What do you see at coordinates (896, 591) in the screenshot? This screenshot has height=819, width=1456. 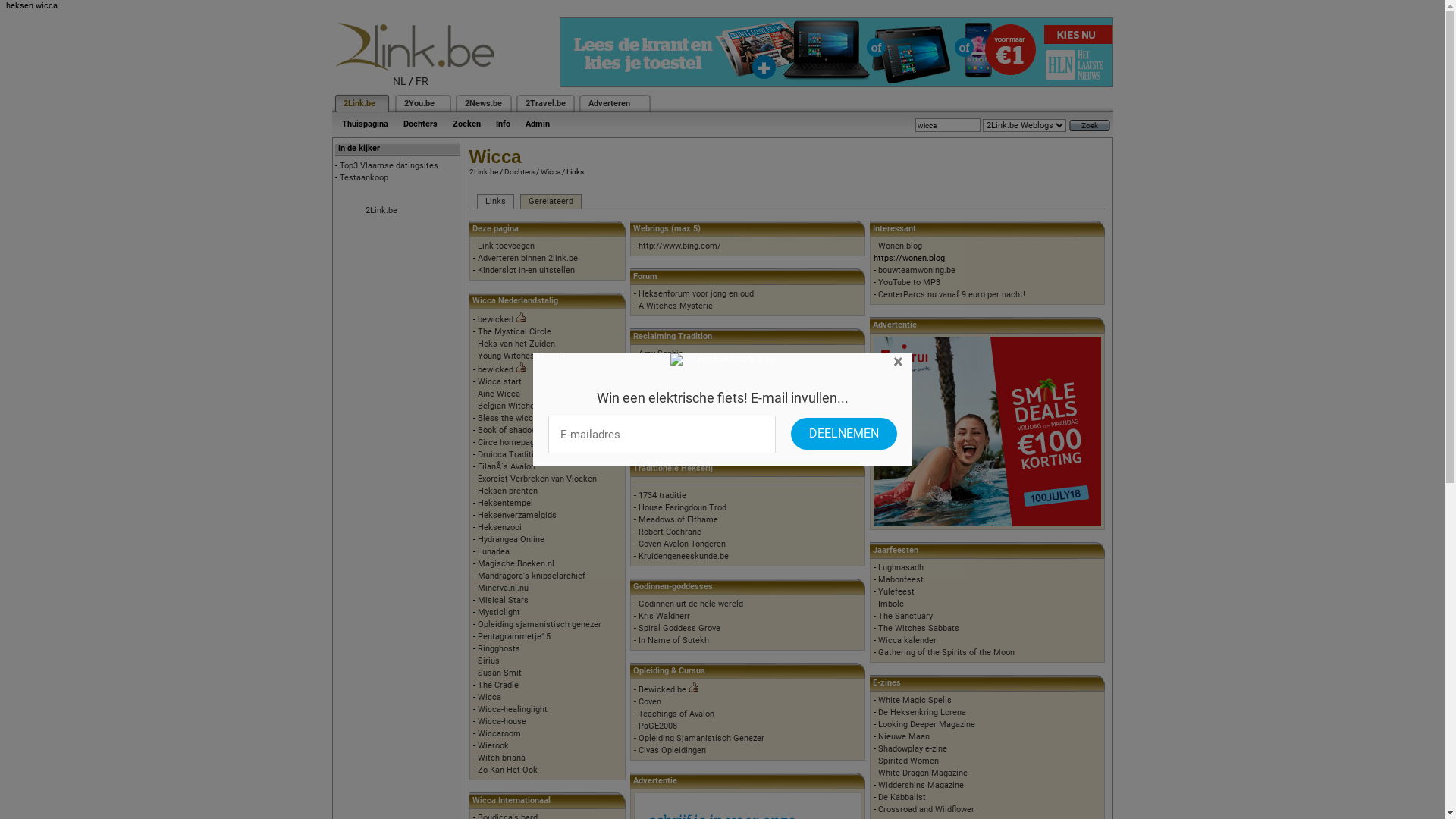 I see `'Yulefeest'` at bounding box center [896, 591].